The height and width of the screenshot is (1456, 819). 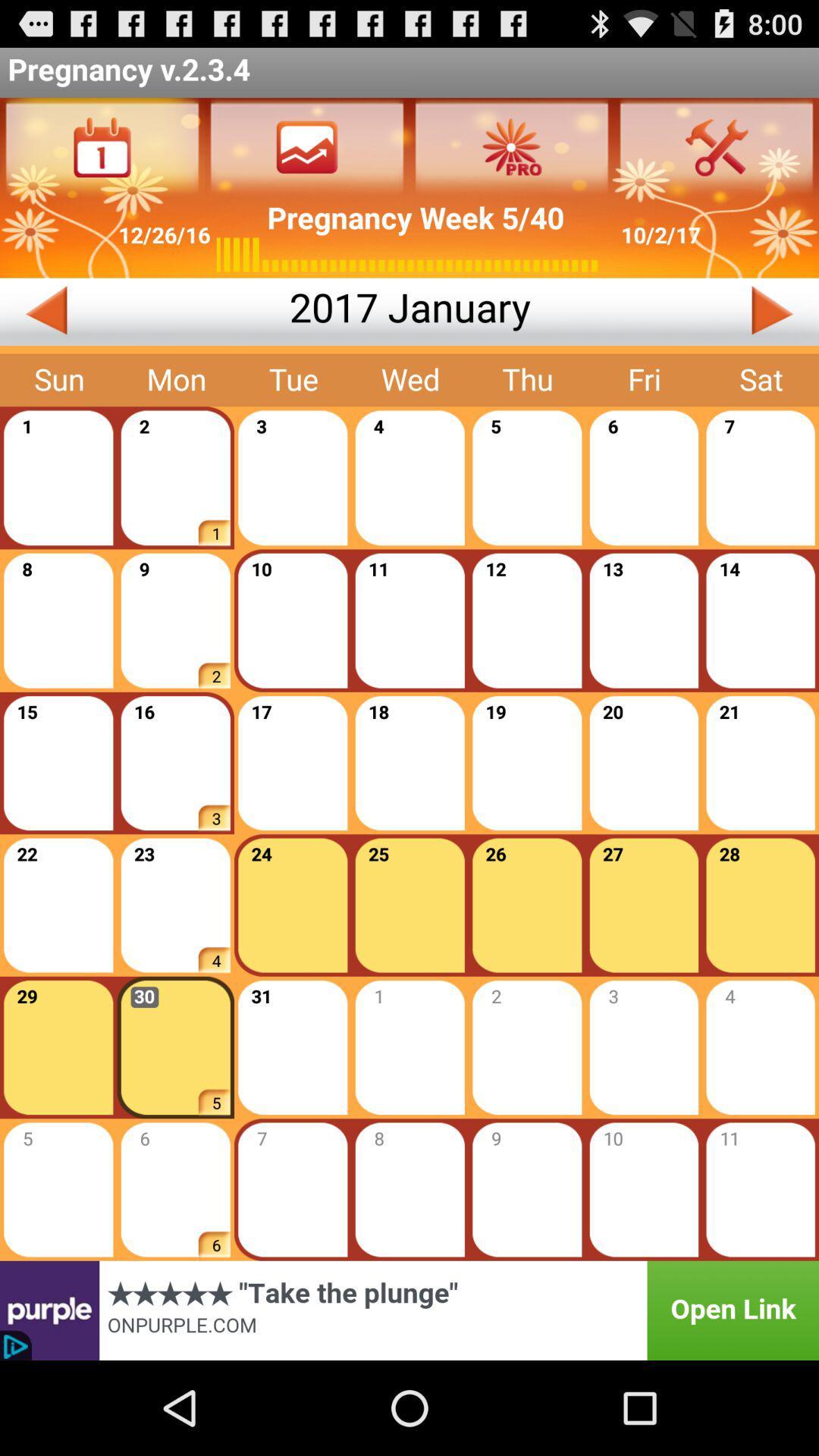 What do you see at coordinates (144, 311) in the screenshot?
I see `go back` at bounding box center [144, 311].